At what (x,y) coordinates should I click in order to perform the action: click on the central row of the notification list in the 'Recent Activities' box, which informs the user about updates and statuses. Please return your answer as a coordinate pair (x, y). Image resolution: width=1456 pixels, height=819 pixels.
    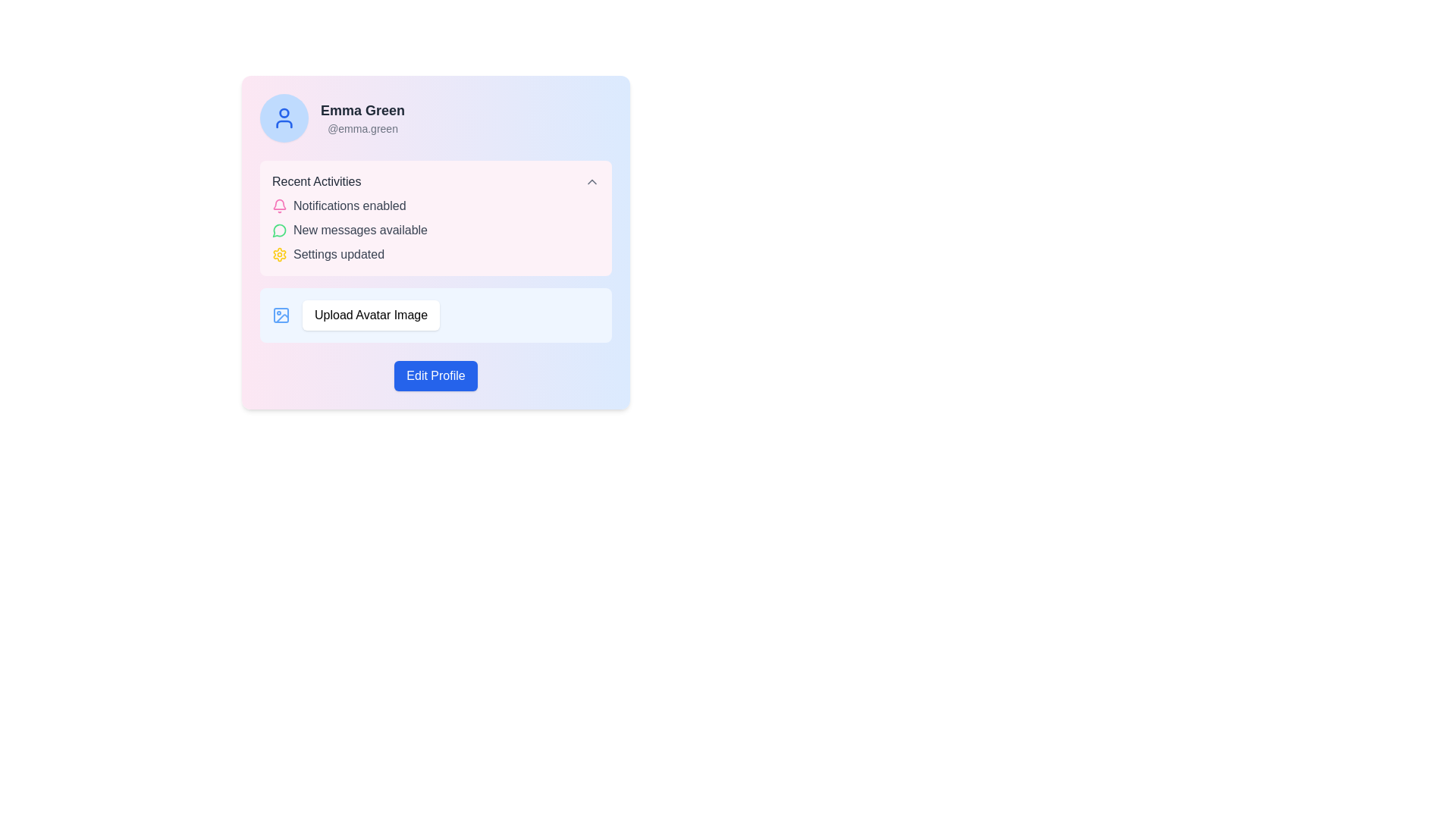
    Looking at the image, I should click on (435, 231).